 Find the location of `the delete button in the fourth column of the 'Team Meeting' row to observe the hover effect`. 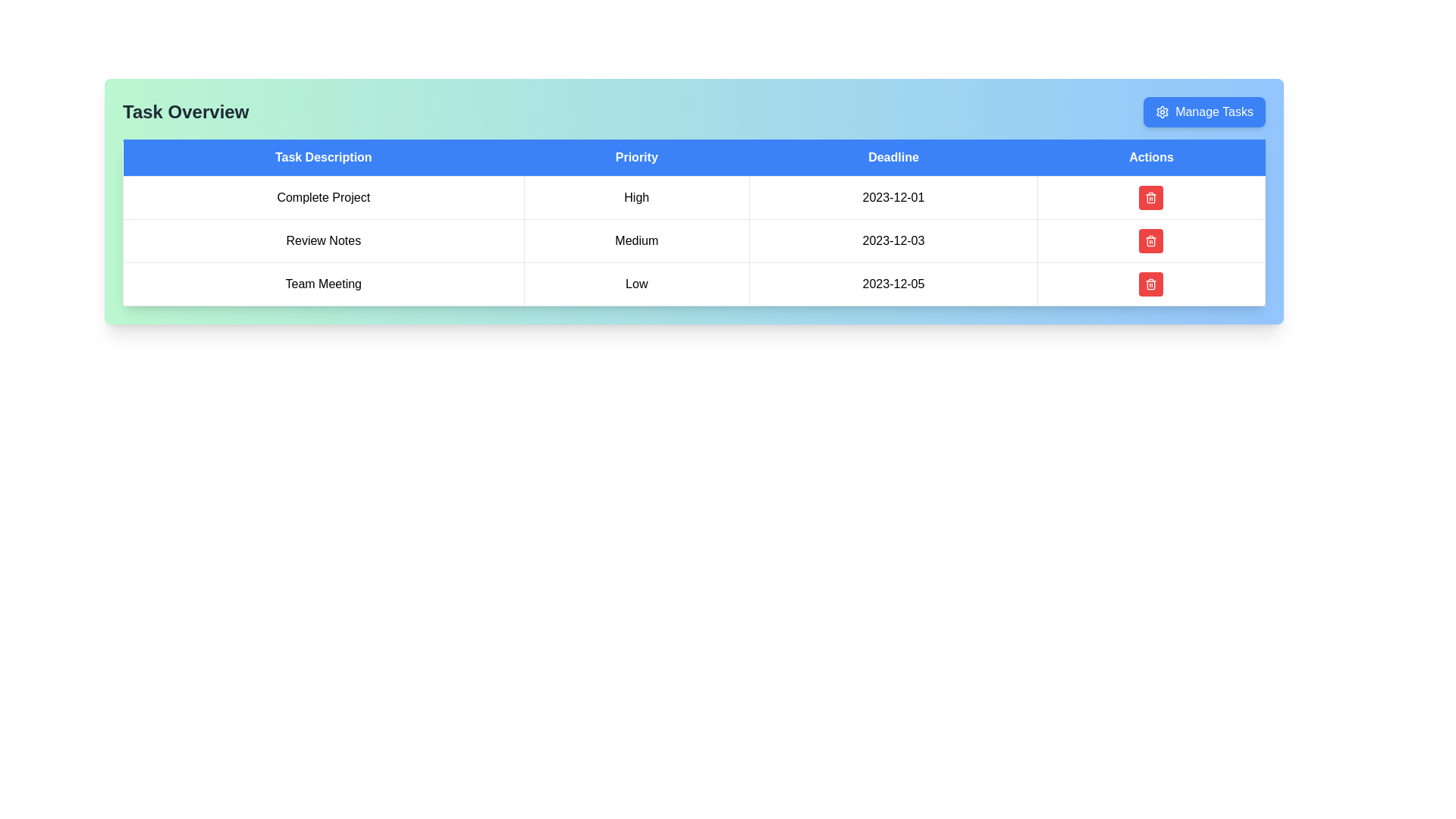

the delete button in the fourth column of the 'Team Meeting' row to observe the hover effect is located at coordinates (1151, 284).